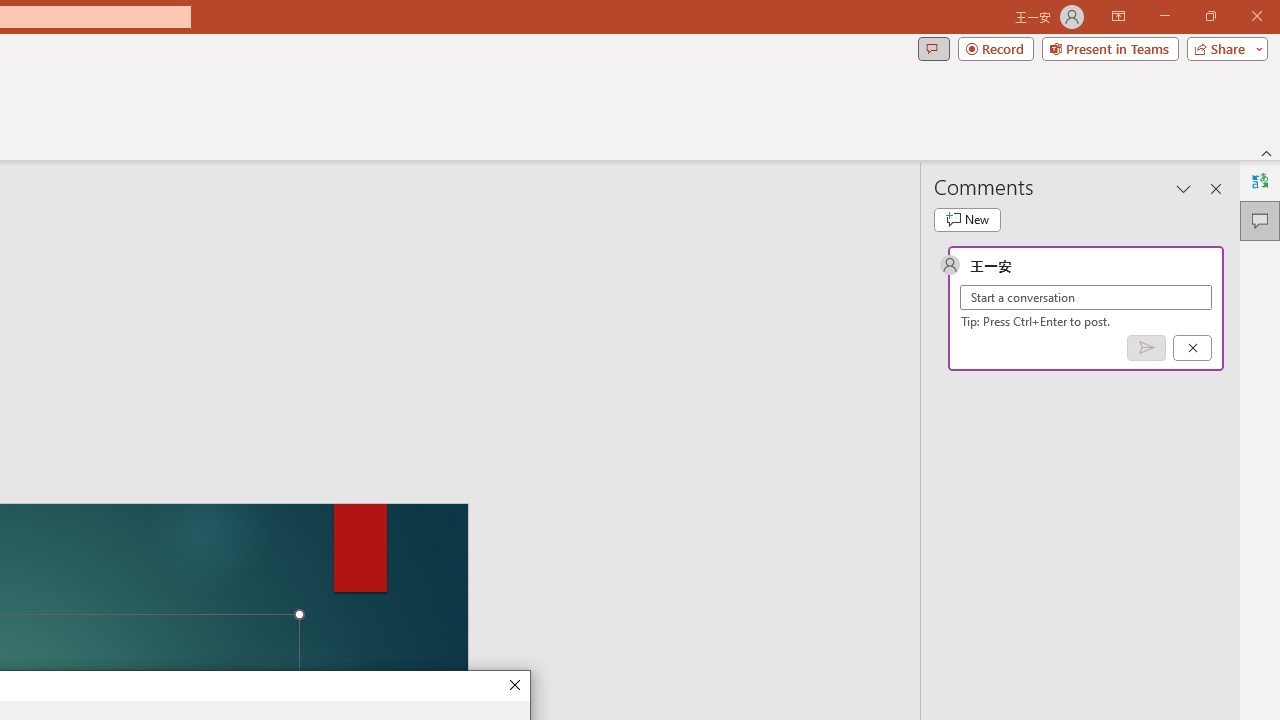  I want to click on 'Present in Teams', so click(1109, 47).